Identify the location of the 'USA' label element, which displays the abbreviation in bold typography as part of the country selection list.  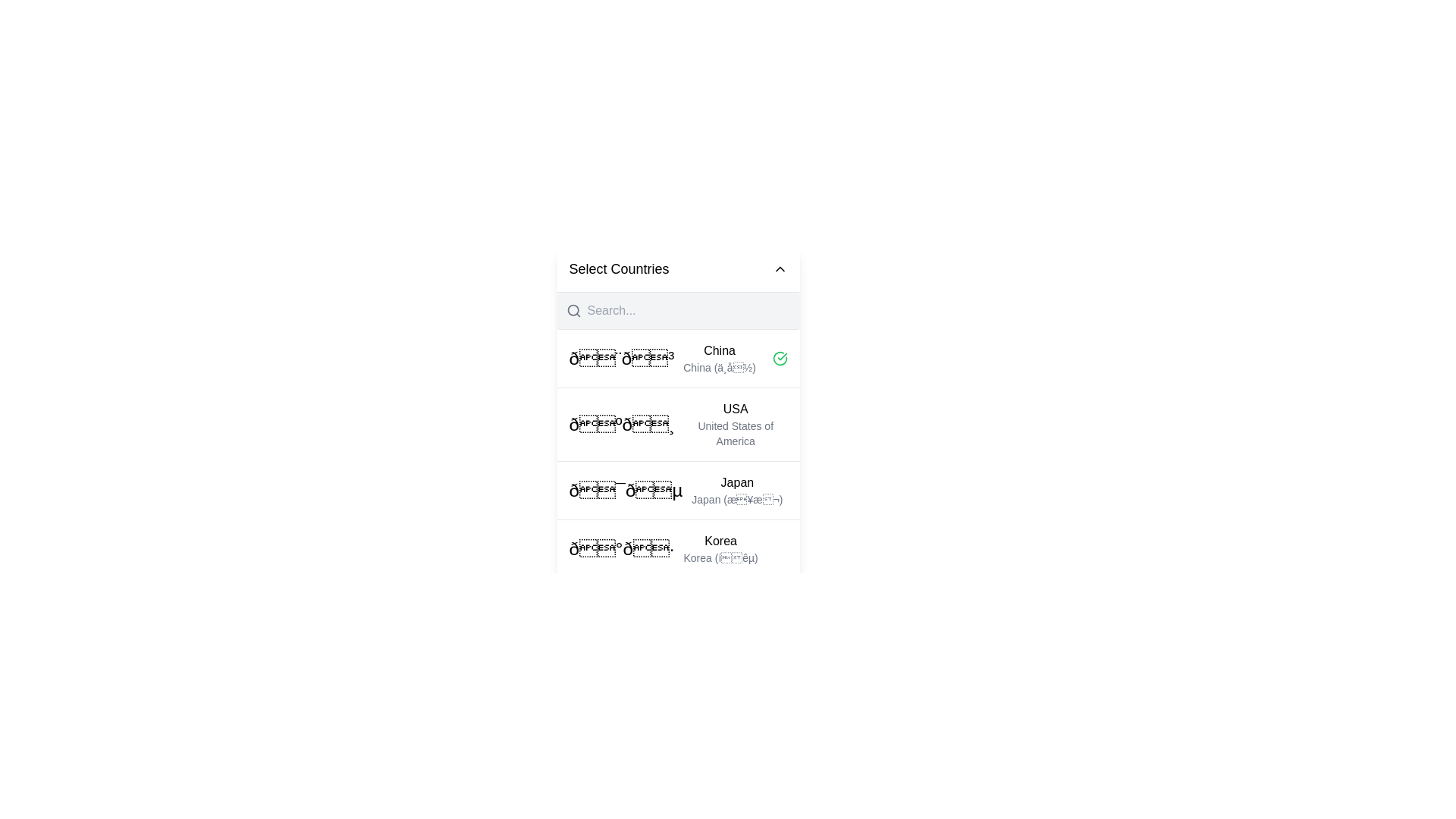
(736, 409).